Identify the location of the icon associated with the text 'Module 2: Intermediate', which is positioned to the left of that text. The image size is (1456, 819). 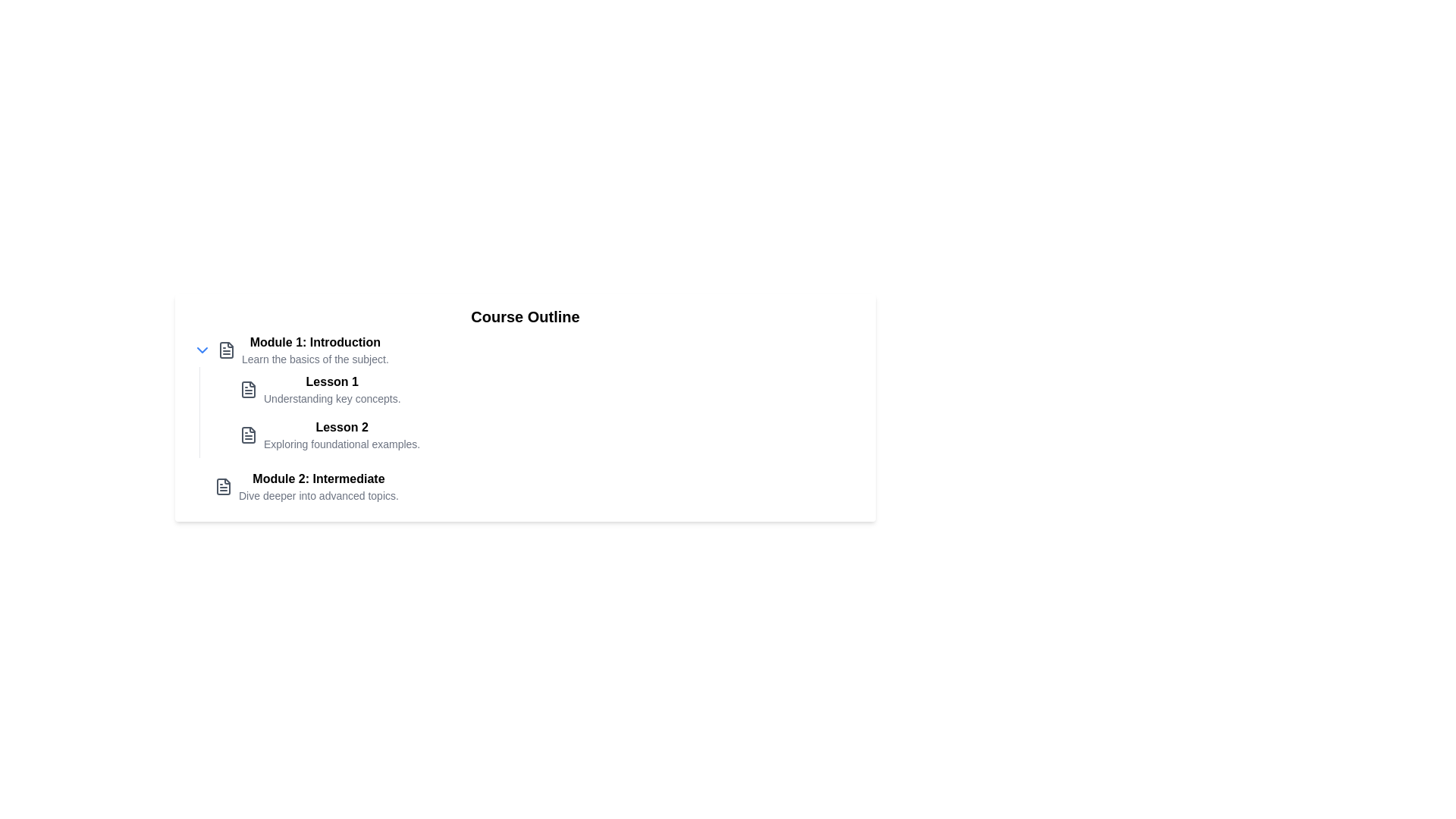
(222, 486).